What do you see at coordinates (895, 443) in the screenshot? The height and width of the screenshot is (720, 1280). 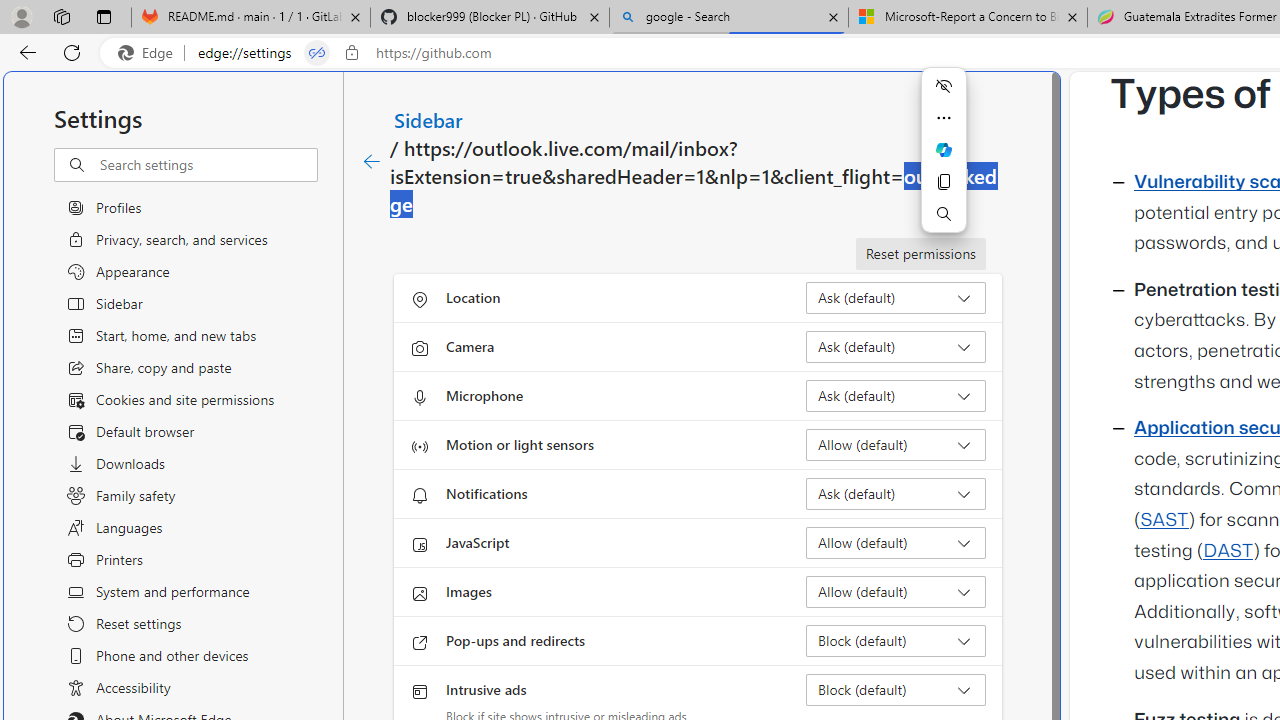 I see `'Motion or light sensors Allow (default)'` at bounding box center [895, 443].